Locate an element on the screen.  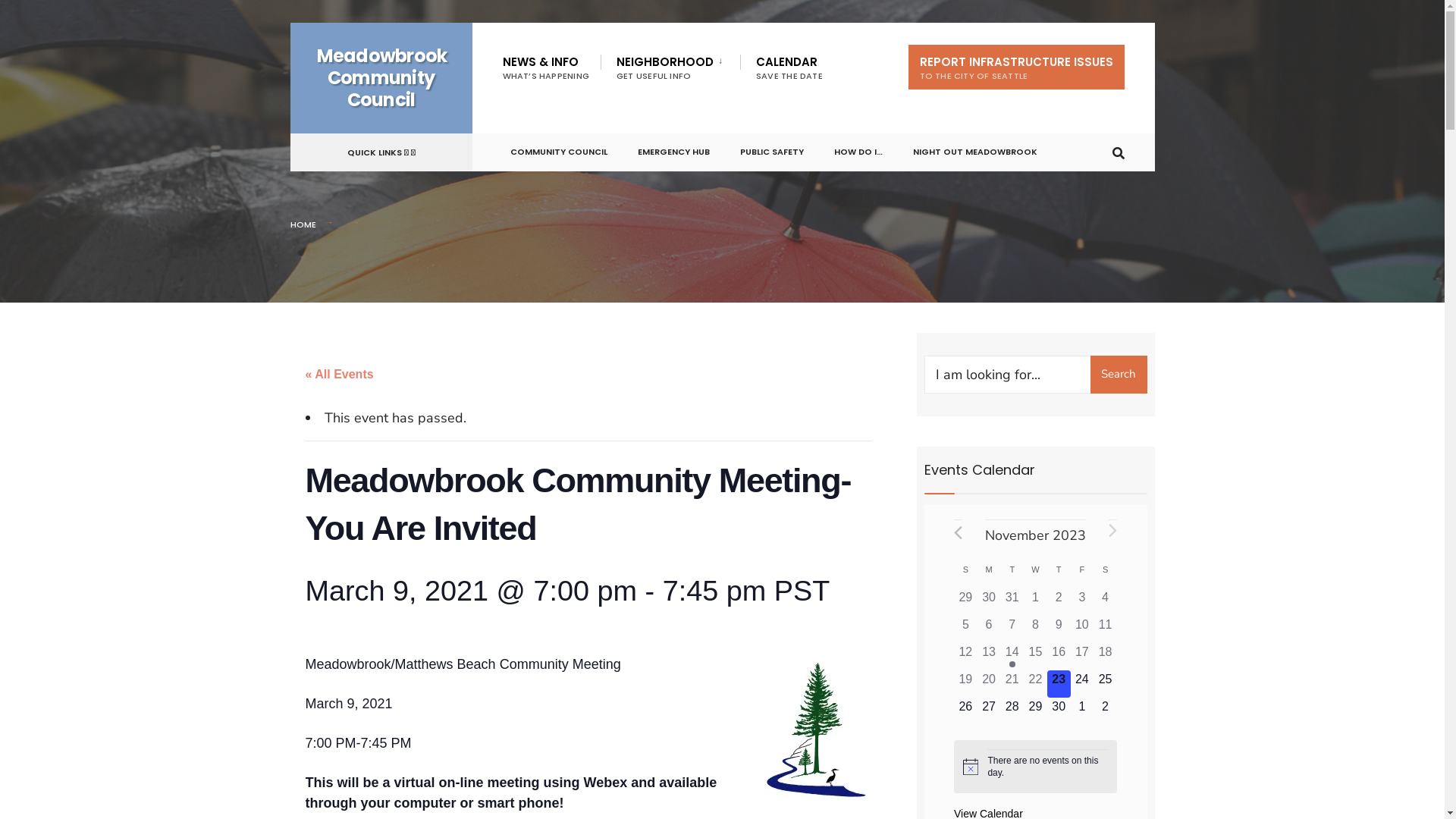
'0 events, is located at coordinates (1034, 629).